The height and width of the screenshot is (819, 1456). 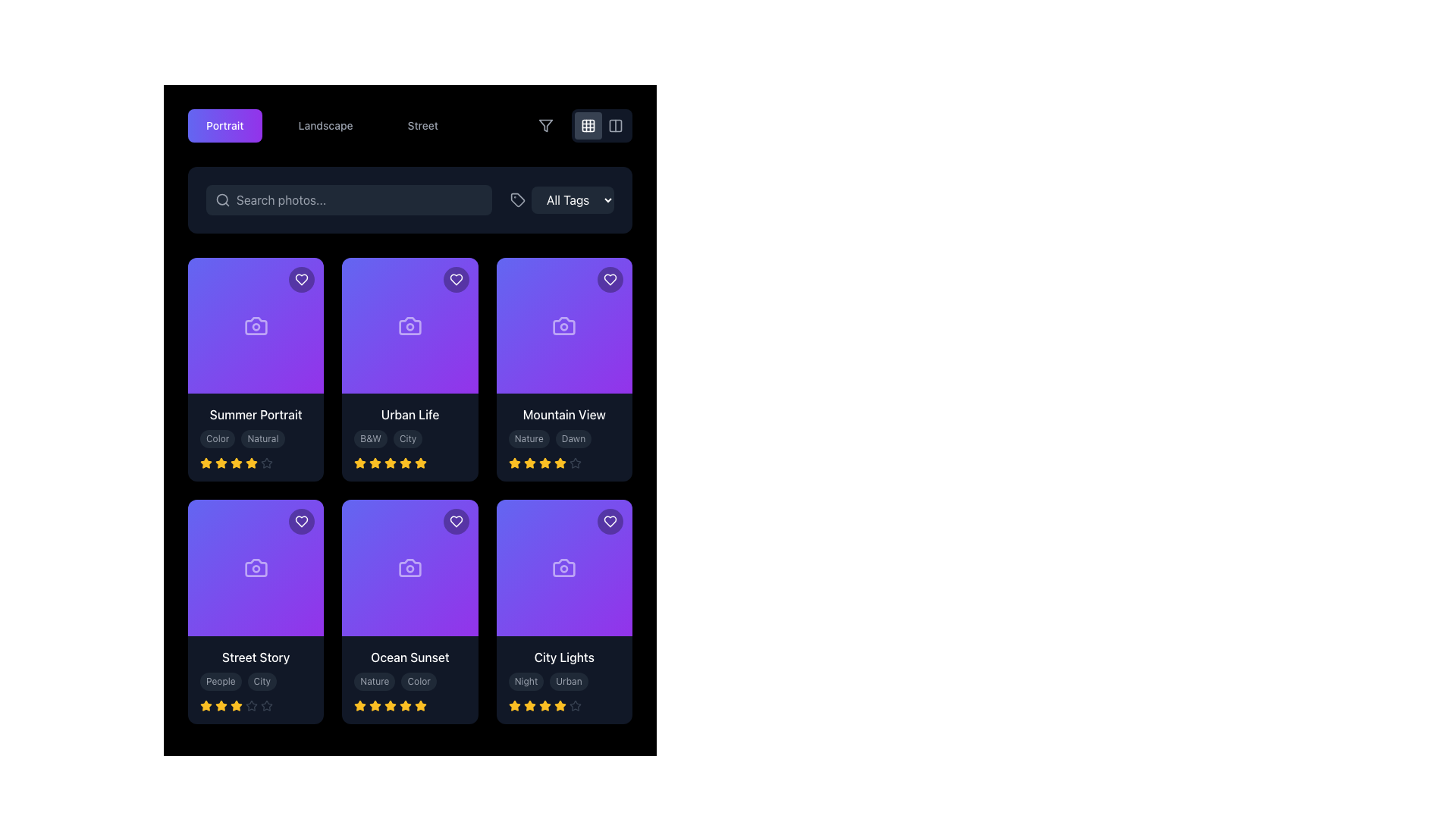 I want to click on the horizontal button group containing the category-selection buttons labeled 'Portrait', 'Landscape', and 'Street', so click(x=322, y=124).